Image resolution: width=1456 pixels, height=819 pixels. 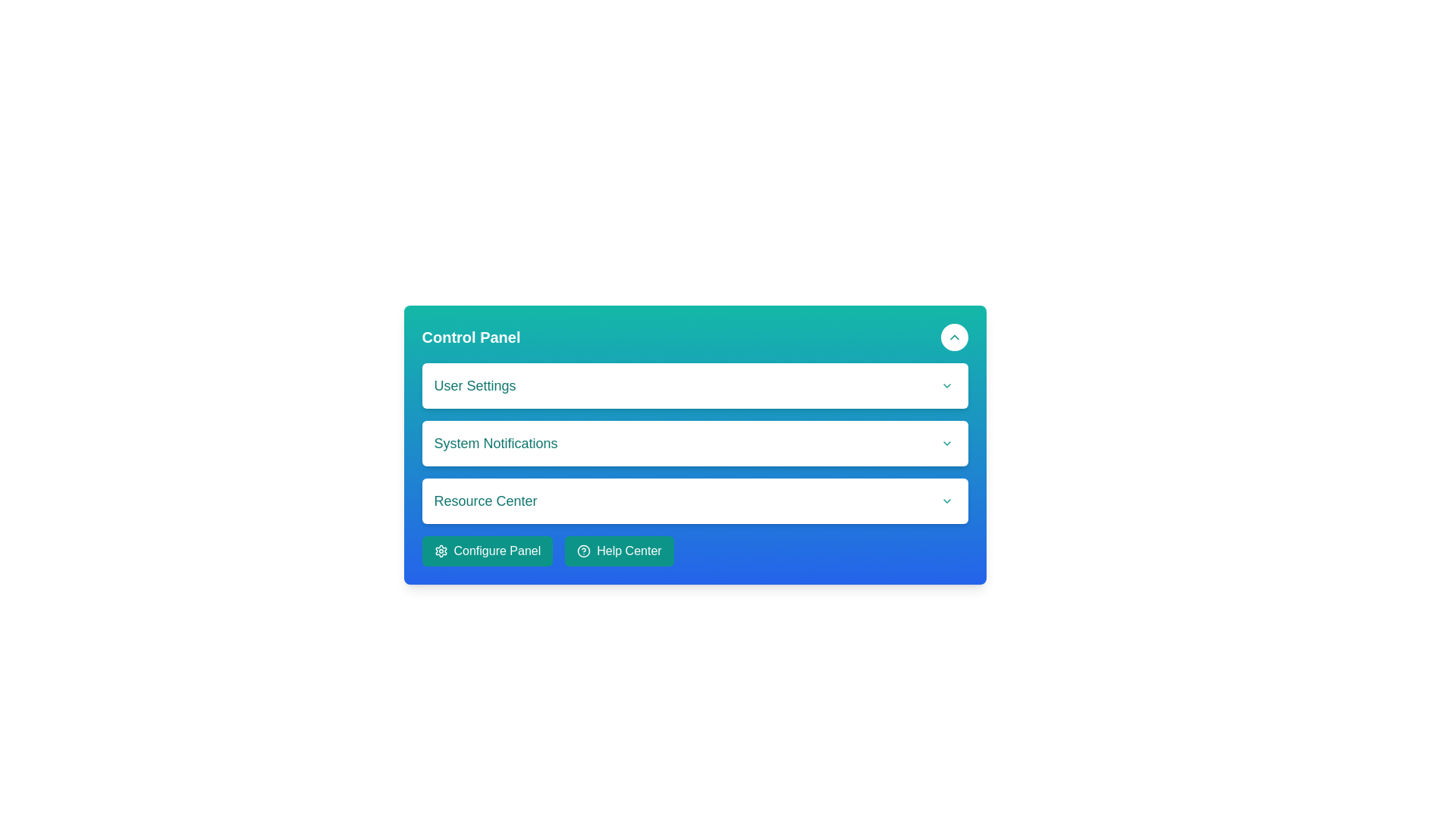 I want to click on the 'System Notifications' dropdown menu, so click(x=694, y=444).